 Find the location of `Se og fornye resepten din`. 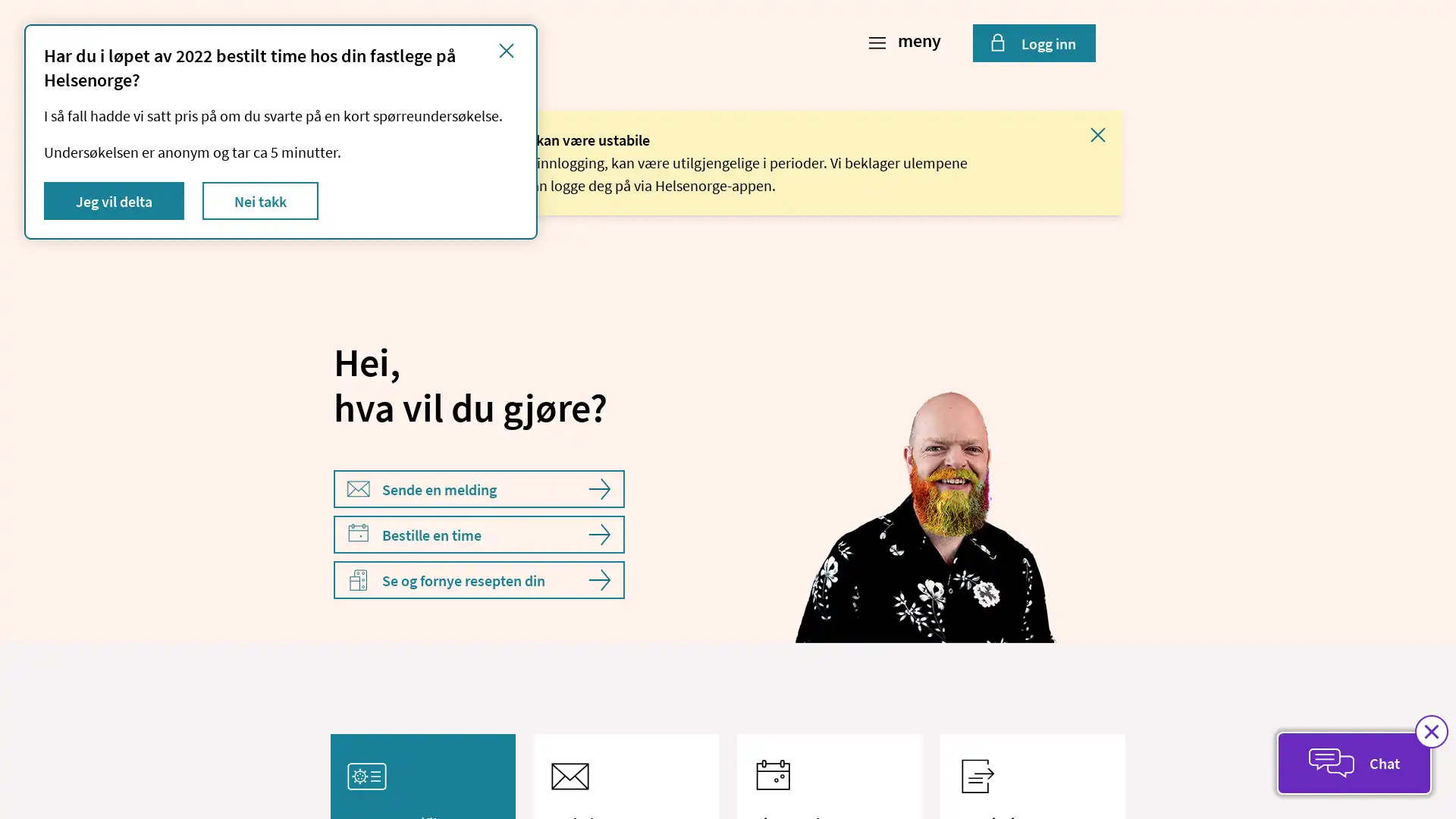

Se og fornye resepten din is located at coordinates (479, 579).